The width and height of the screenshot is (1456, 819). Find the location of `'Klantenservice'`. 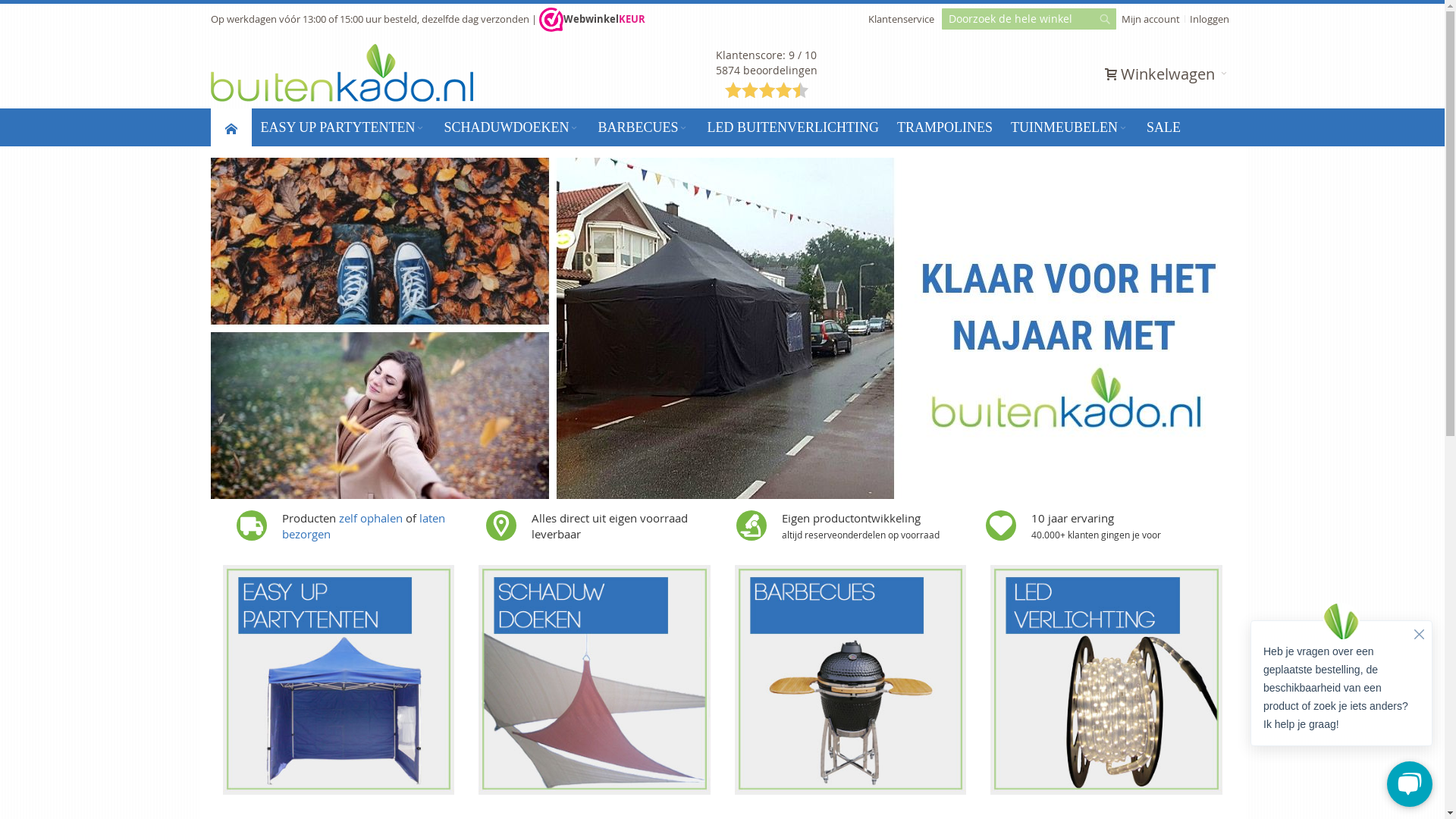

'Klantenservice' is located at coordinates (900, 18).